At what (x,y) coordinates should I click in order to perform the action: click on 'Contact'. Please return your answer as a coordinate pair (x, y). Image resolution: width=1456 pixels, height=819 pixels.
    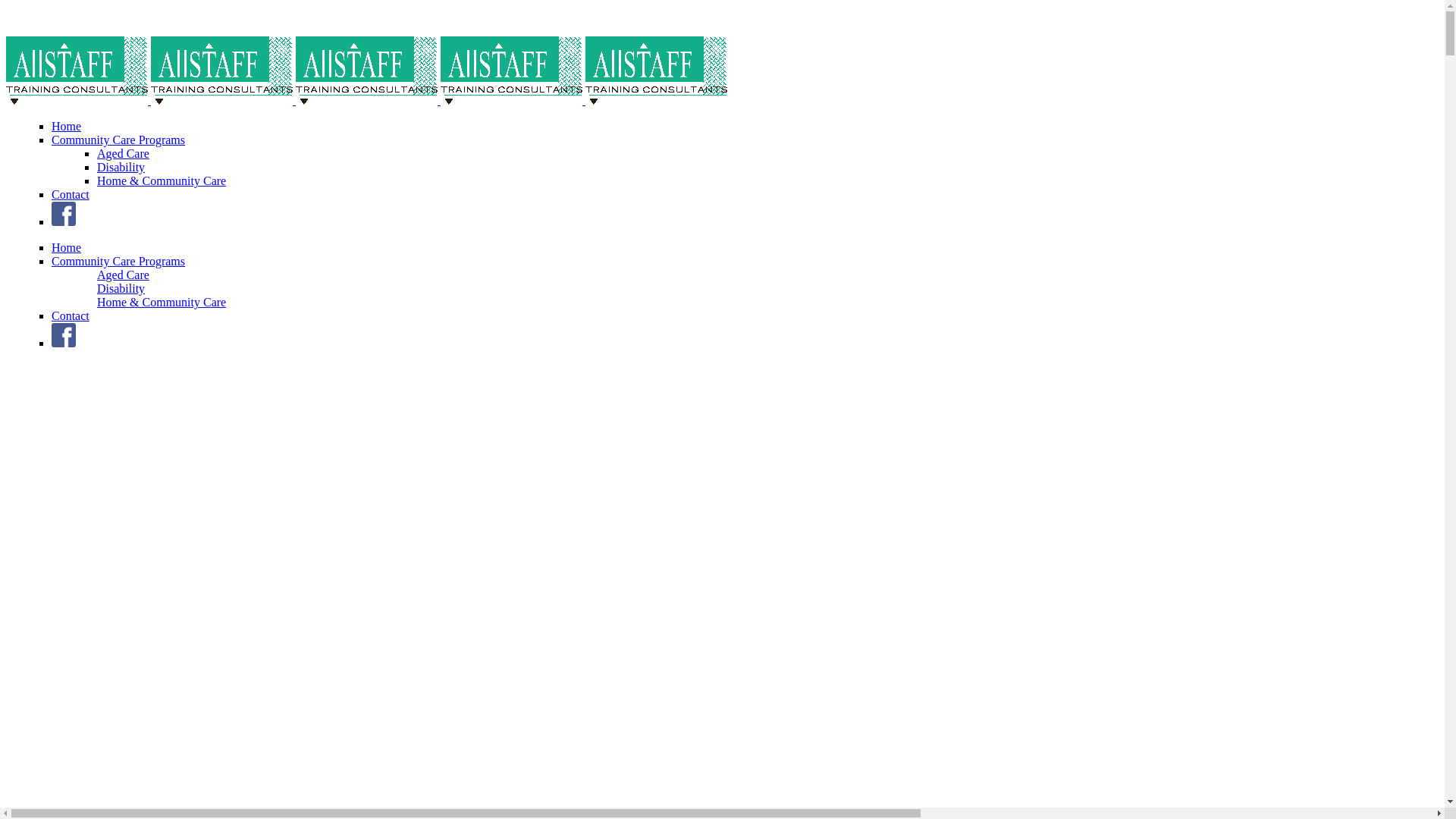
    Looking at the image, I should click on (69, 193).